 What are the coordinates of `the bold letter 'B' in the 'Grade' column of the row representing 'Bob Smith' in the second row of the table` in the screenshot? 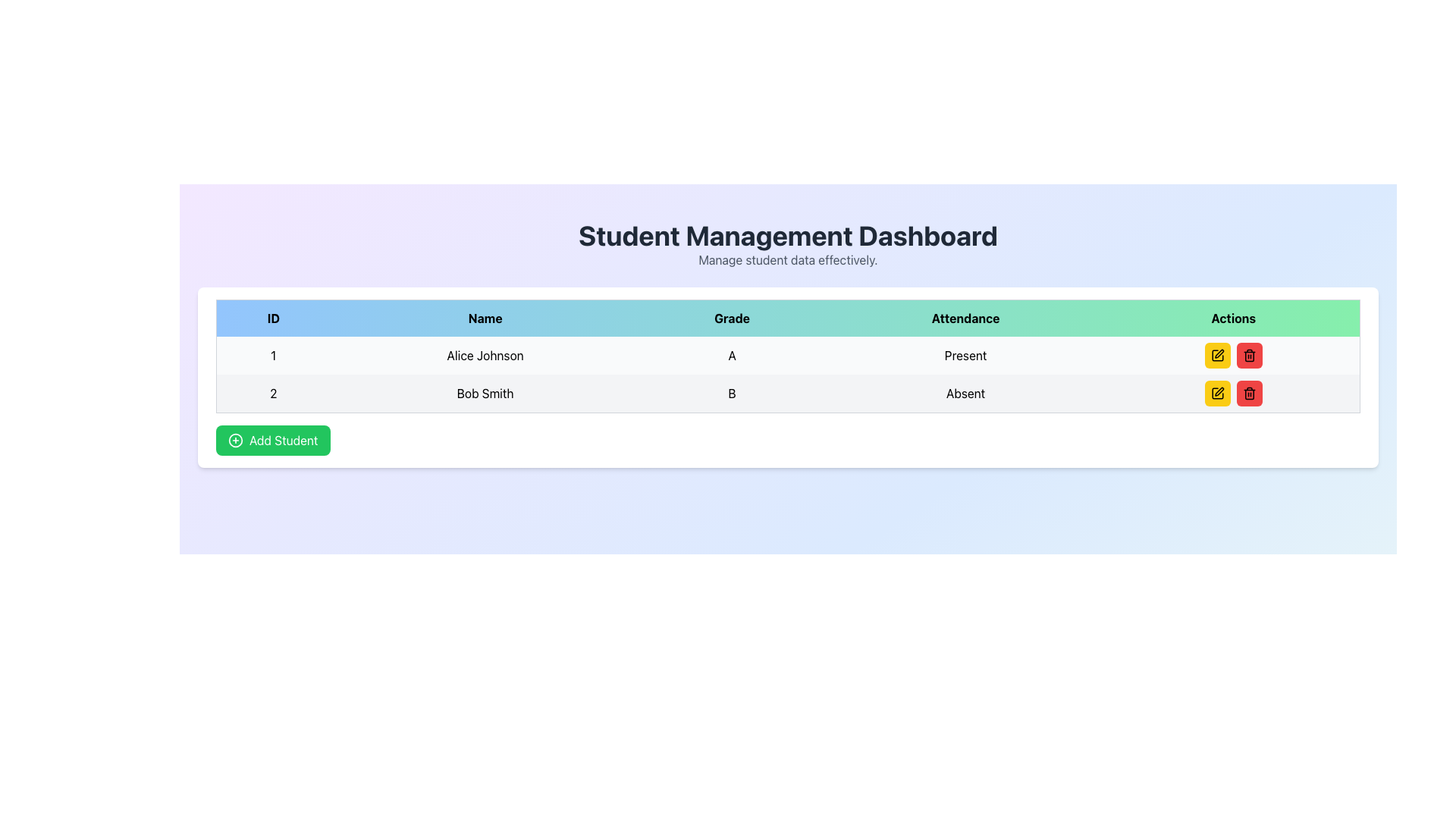 It's located at (732, 393).